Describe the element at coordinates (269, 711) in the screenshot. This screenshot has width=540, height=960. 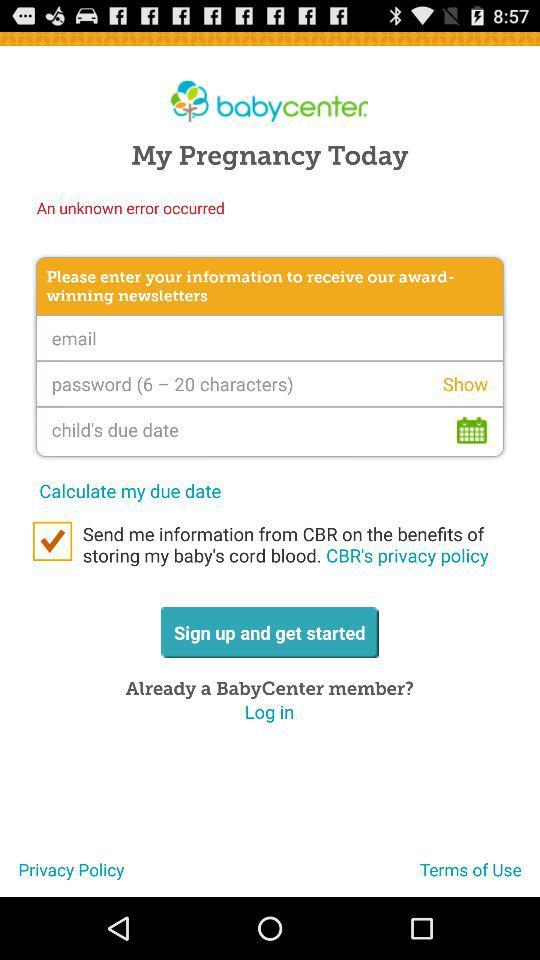
I see `the icon below the already a babycenter` at that location.